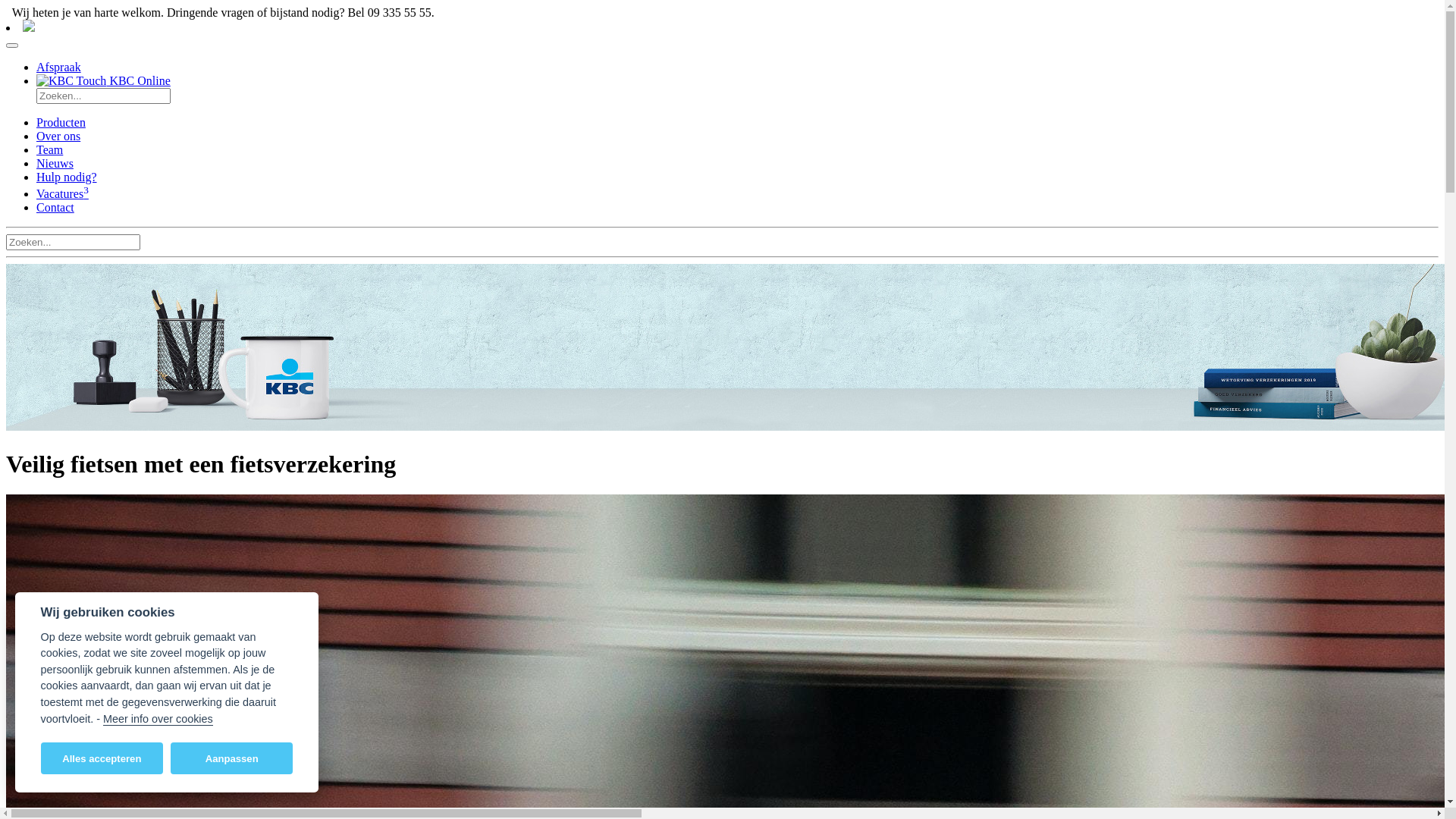 This screenshot has height=819, width=1456. What do you see at coordinates (55, 207) in the screenshot?
I see `'Contact'` at bounding box center [55, 207].